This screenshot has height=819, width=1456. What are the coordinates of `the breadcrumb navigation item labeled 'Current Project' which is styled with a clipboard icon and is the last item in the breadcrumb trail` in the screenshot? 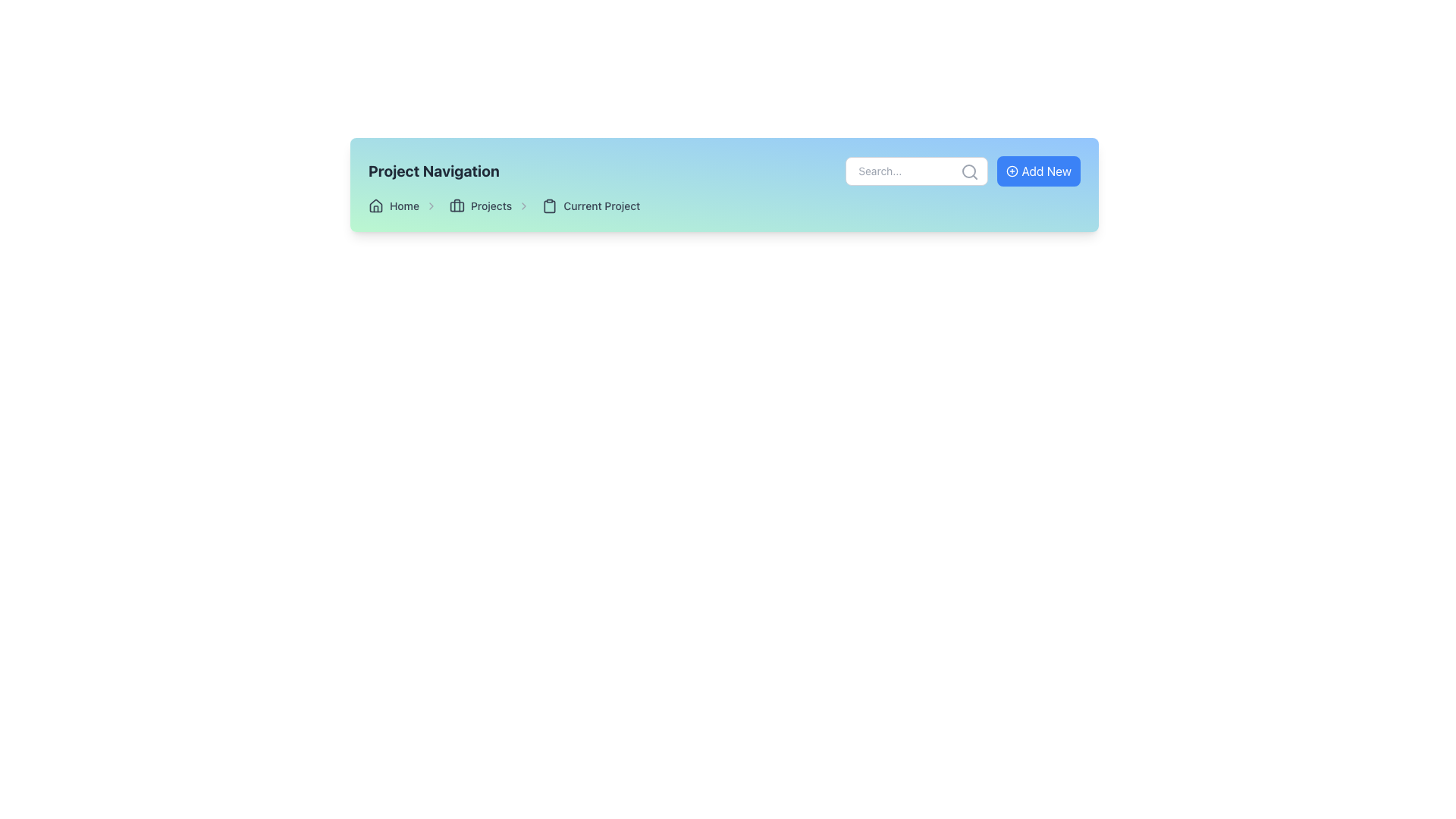 It's located at (590, 206).